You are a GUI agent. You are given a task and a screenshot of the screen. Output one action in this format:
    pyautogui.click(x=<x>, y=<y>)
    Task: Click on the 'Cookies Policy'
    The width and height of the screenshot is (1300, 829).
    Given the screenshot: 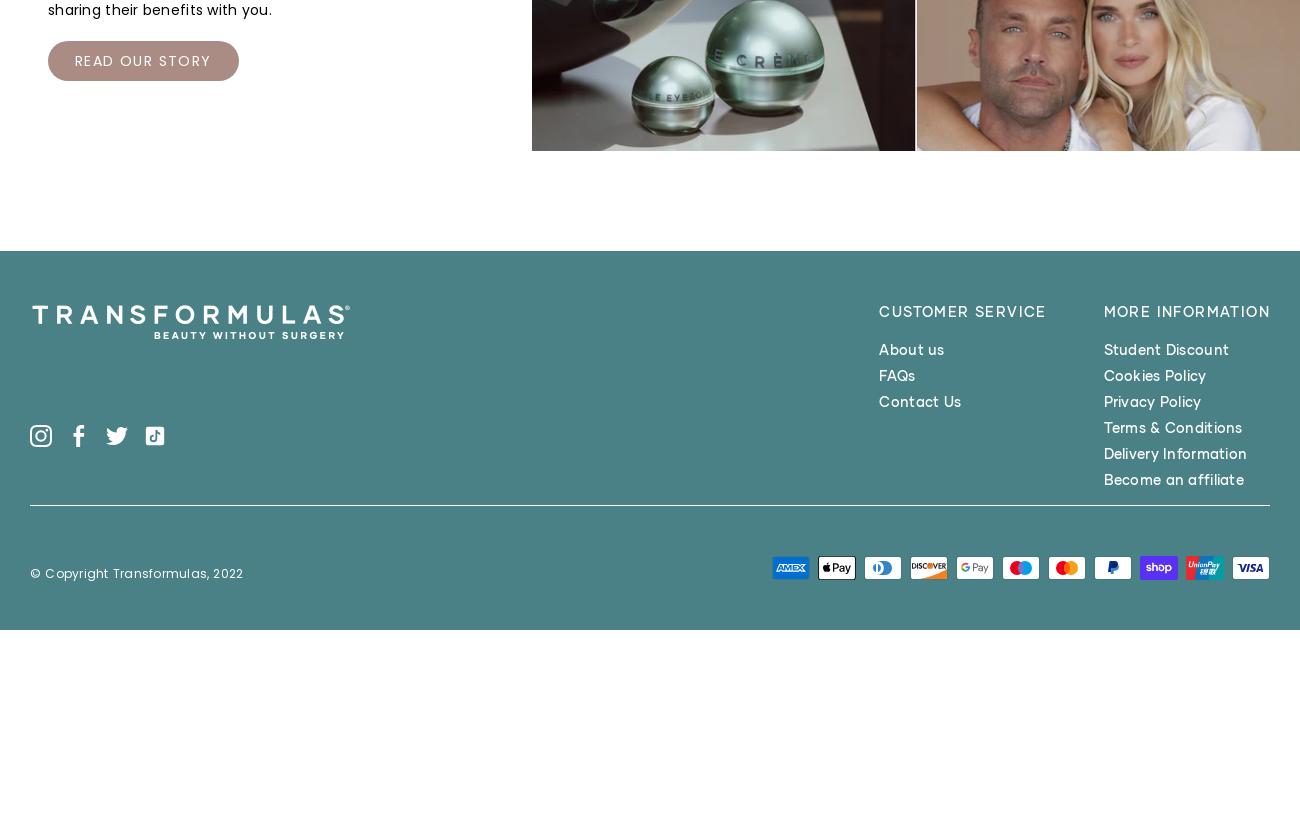 What is the action you would take?
    pyautogui.click(x=1154, y=373)
    